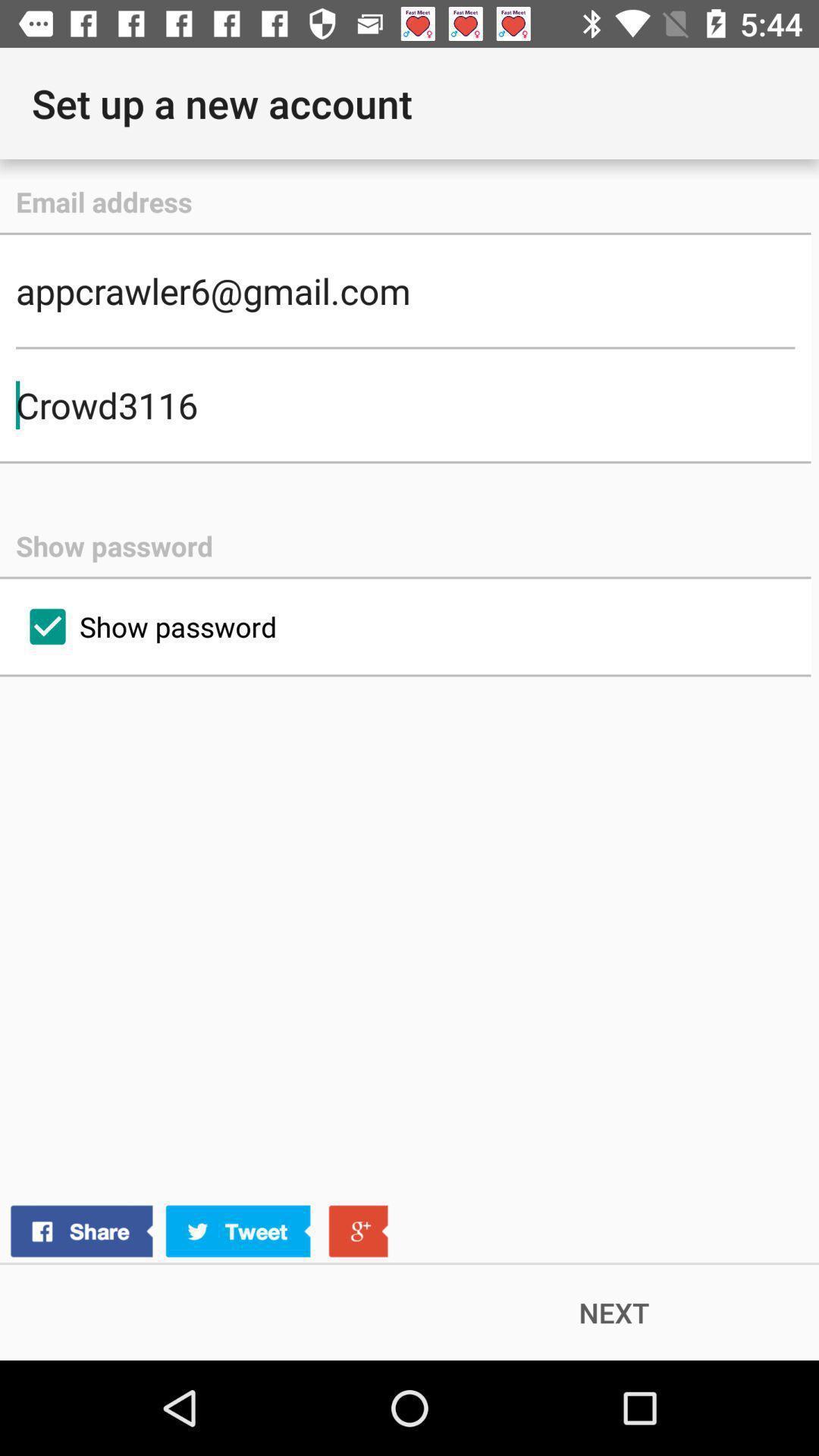 The width and height of the screenshot is (819, 1456). Describe the element at coordinates (404, 405) in the screenshot. I see `the crowd3116` at that location.